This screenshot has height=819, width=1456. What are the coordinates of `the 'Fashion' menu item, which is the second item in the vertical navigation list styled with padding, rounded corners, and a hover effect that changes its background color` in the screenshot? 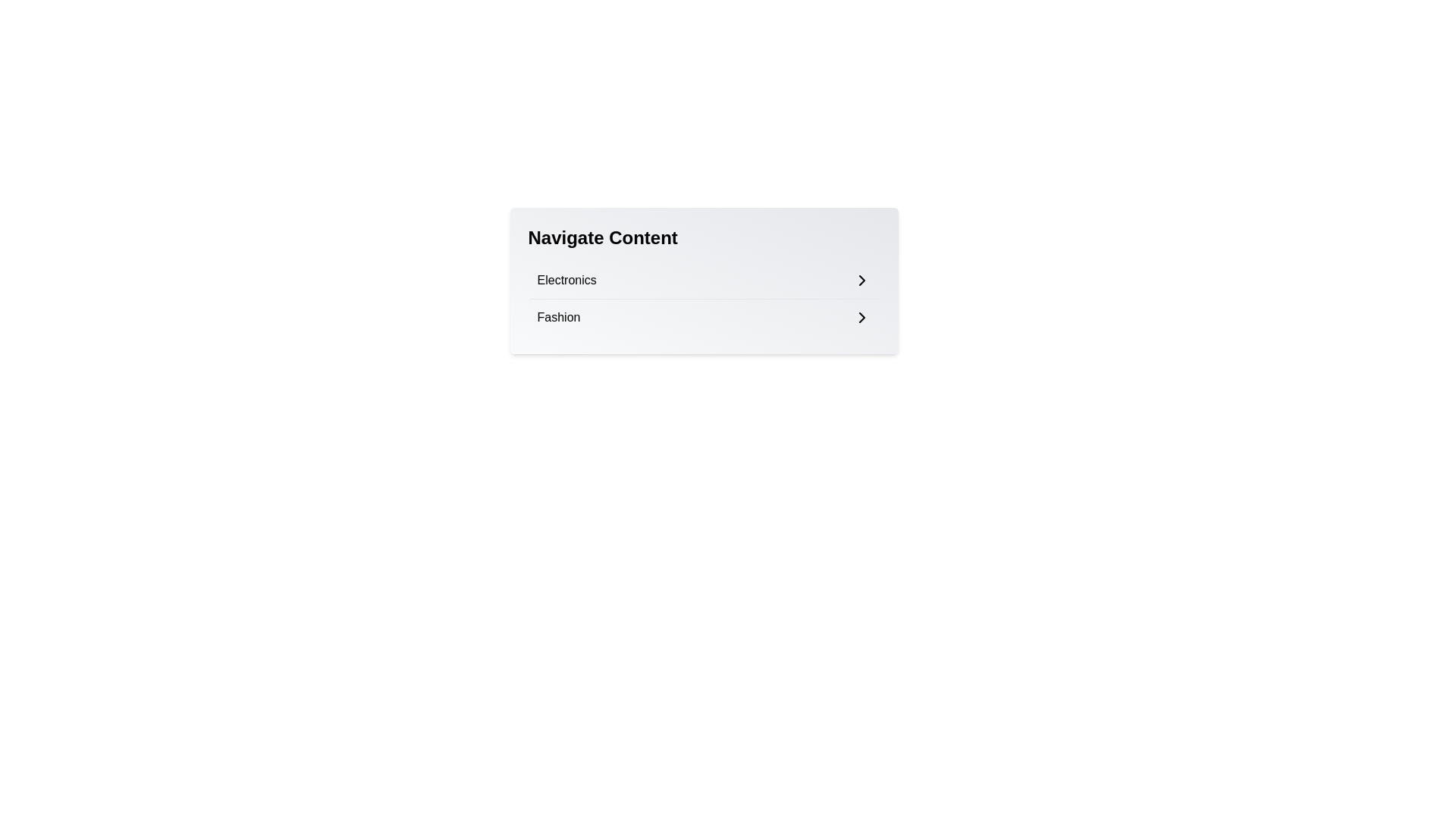 It's located at (703, 316).